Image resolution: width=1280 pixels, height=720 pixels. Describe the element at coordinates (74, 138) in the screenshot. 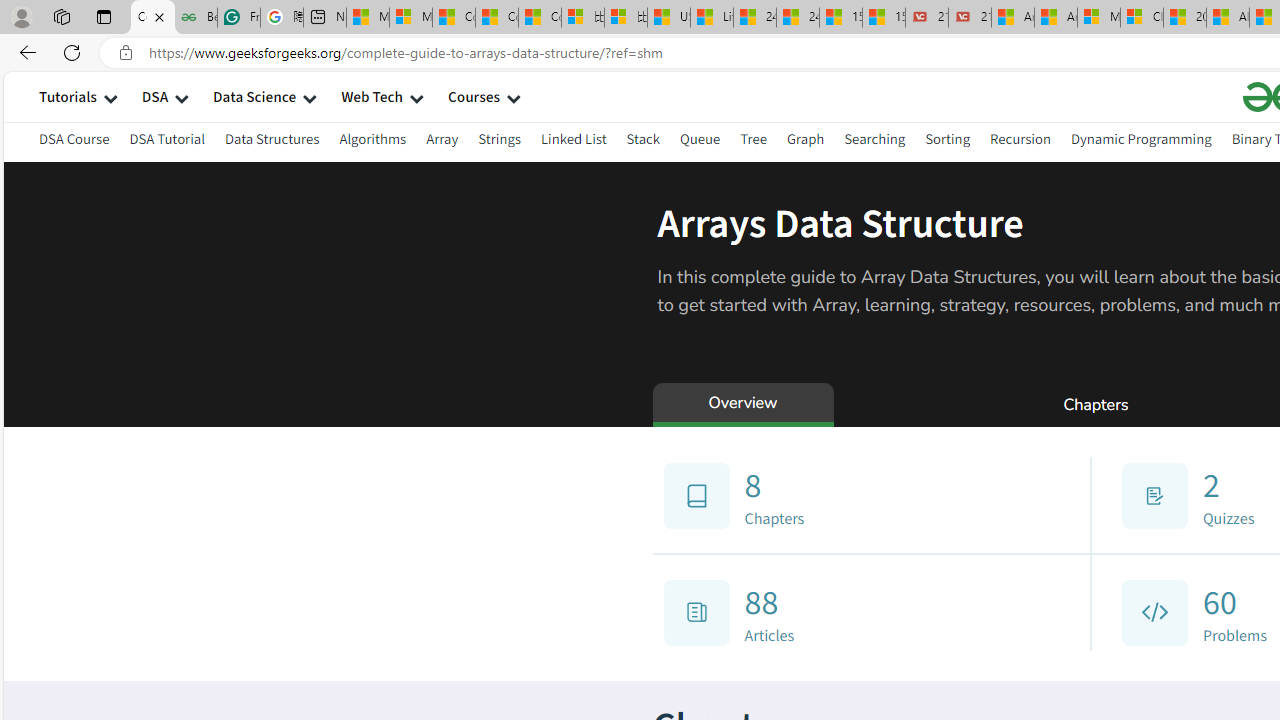

I see `'DSA Course'` at that location.